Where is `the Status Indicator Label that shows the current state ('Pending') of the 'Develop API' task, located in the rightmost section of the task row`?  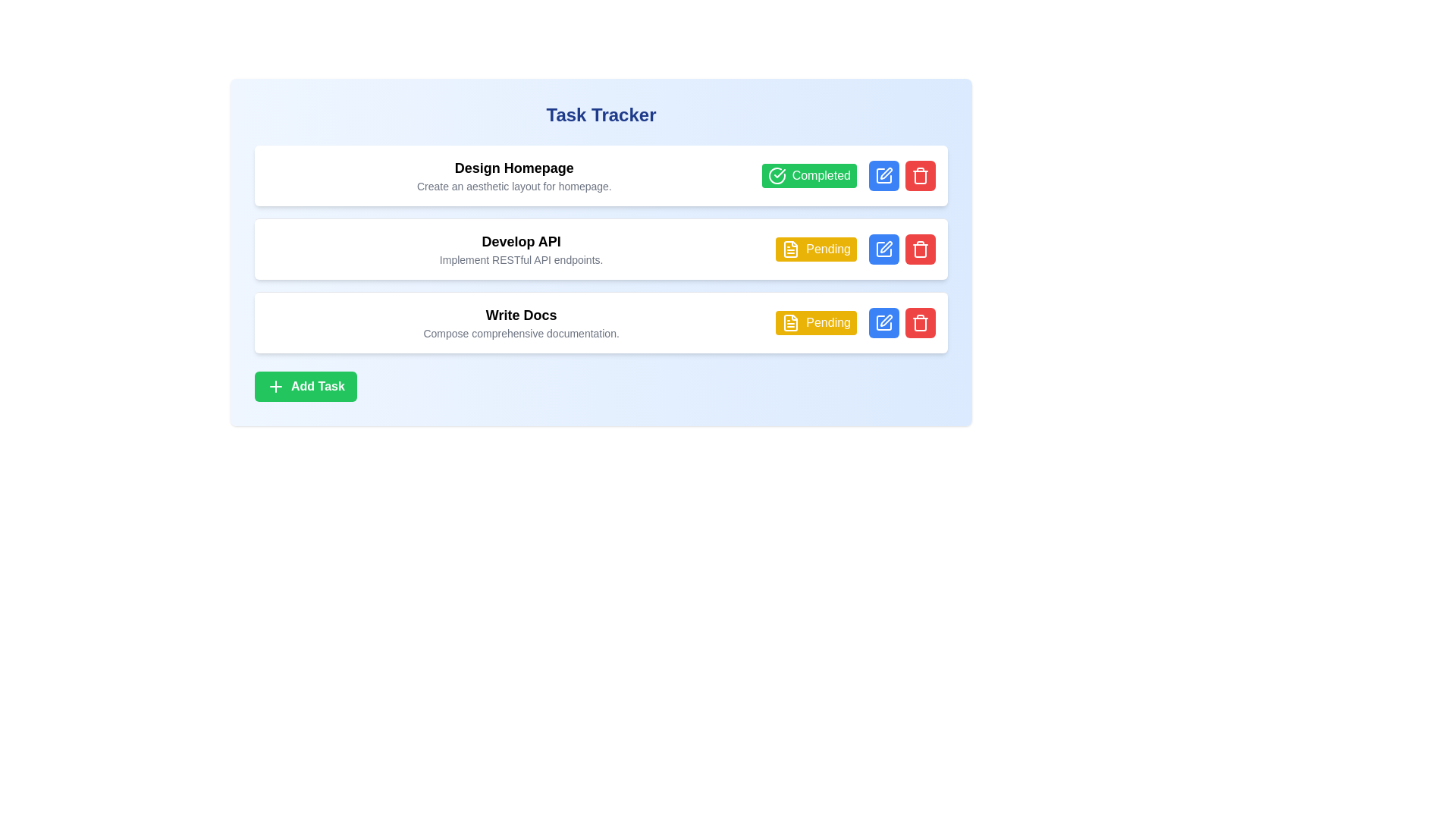 the Status Indicator Label that shows the current state ('Pending') of the 'Develop API' task, located in the rightmost section of the task row is located at coordinates (815, 248).